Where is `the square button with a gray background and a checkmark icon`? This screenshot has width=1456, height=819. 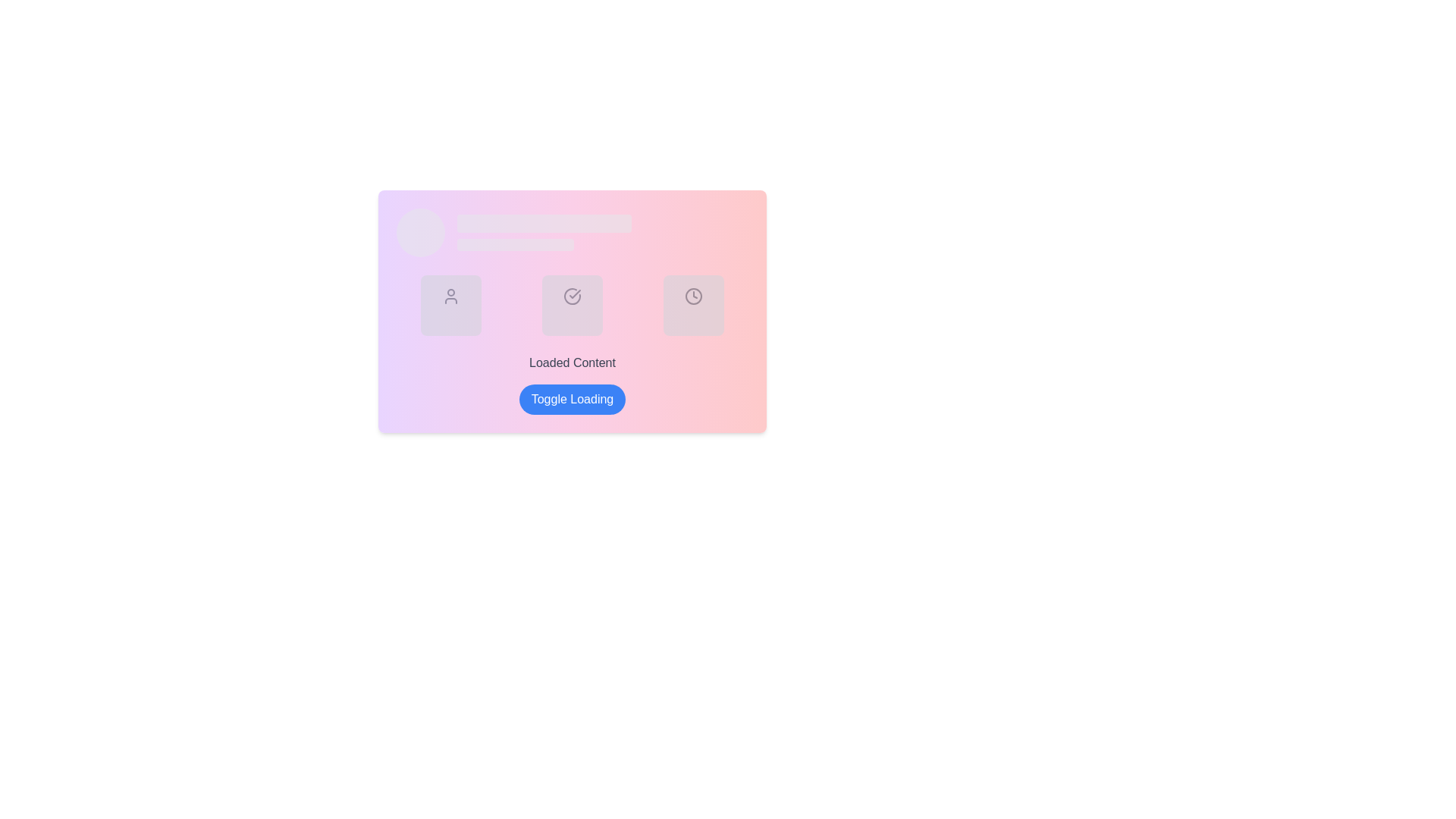 the square button with a gray background and a checkmark icon is located at coordinates (571, 311).